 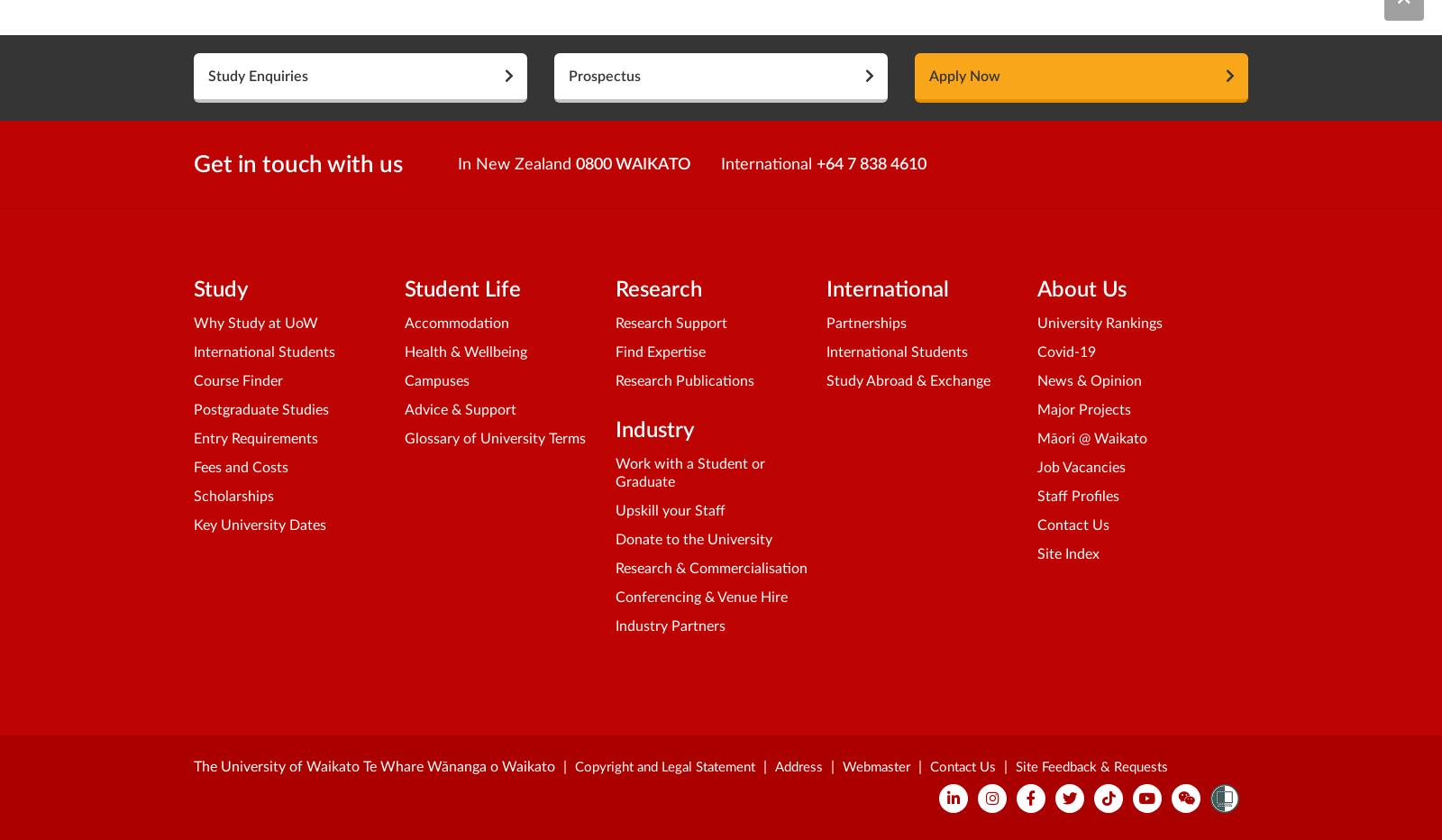 What do you see at coordinates (194, 525) in the screenshot?
I see `'Key University Dates'` at bounding box center [194, 525].